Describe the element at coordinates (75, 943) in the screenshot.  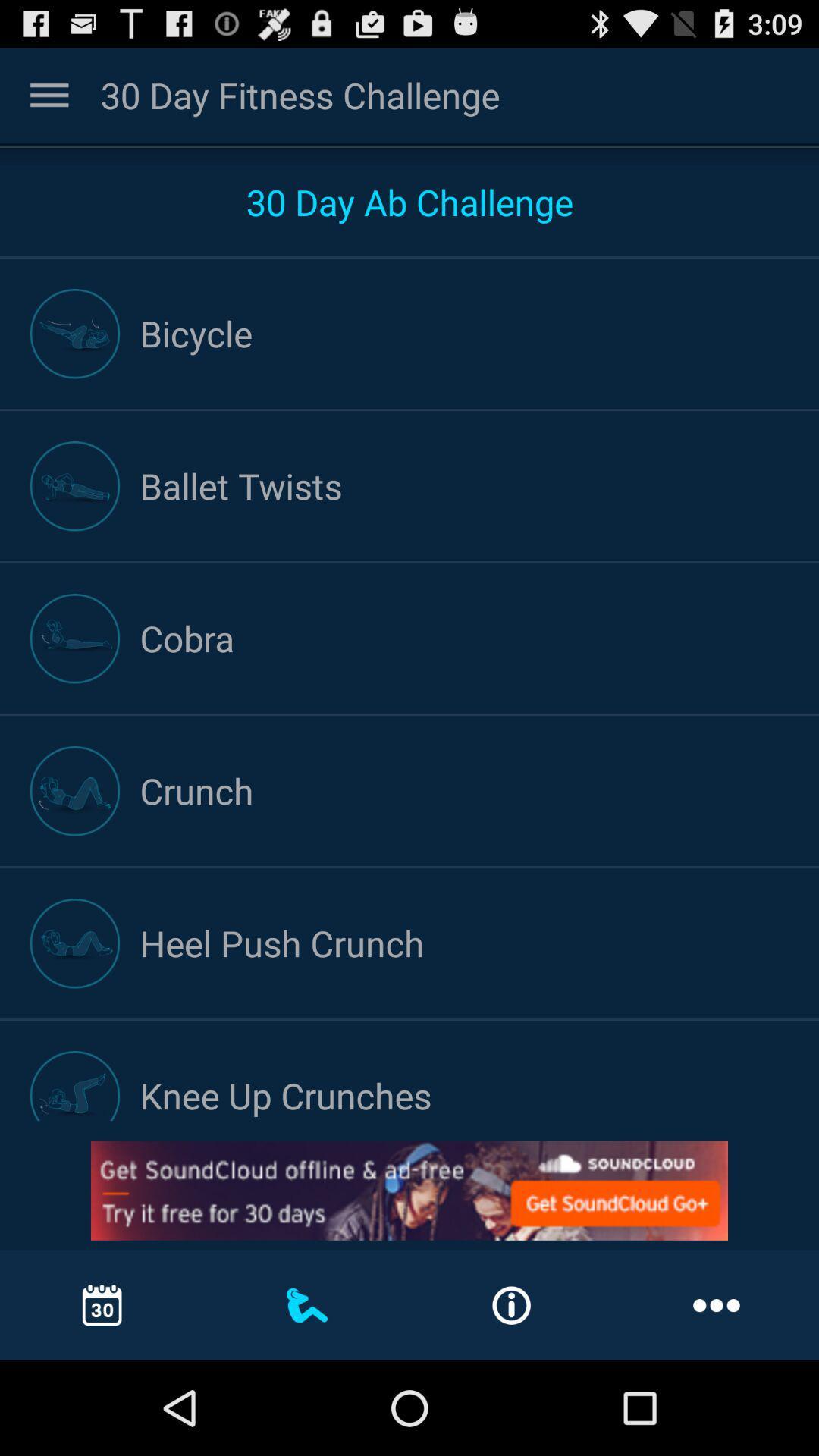
I see `the icon which is left to heel push crunch` at that location.